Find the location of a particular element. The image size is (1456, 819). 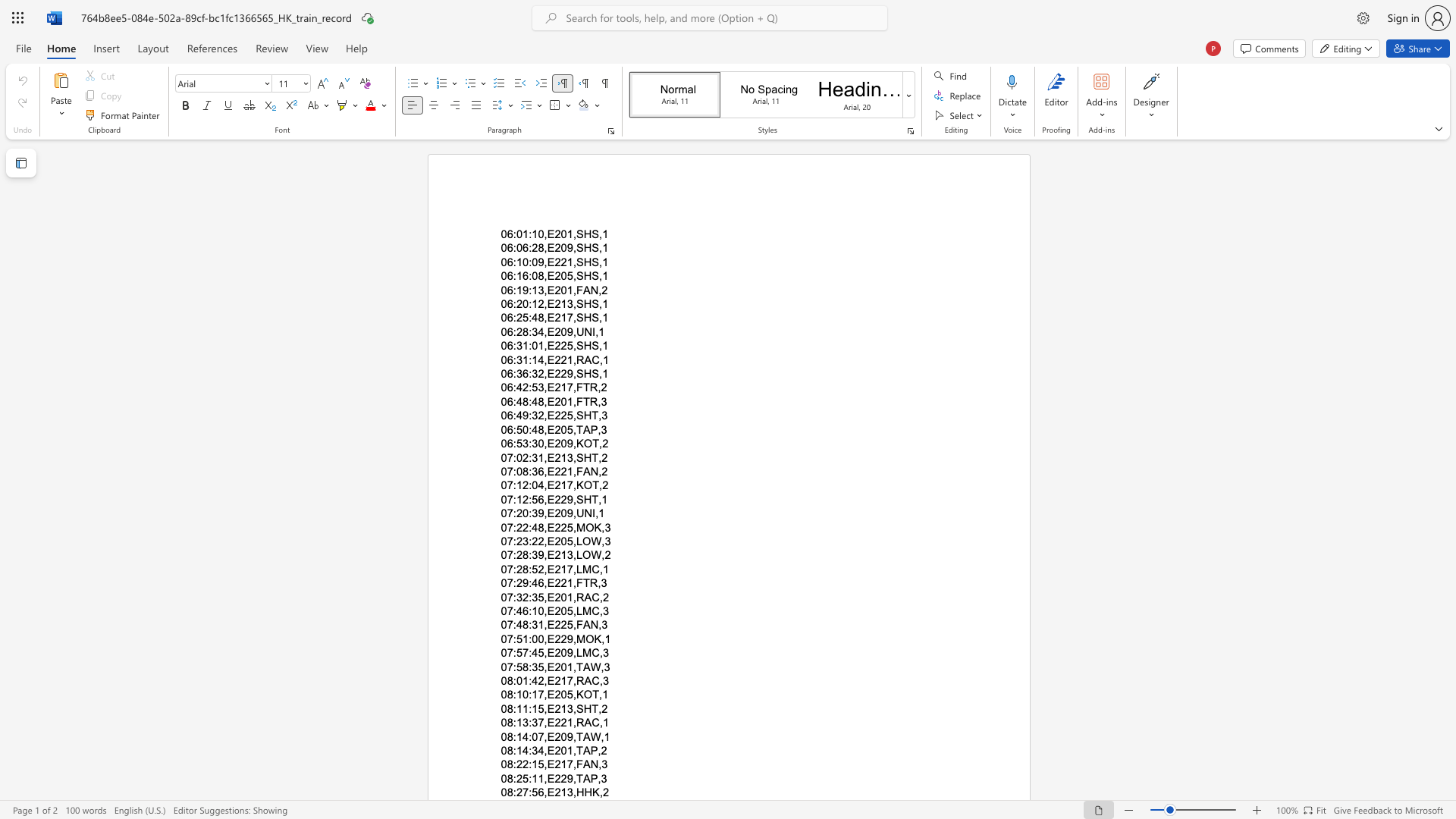

the subset text ":20:12,E213,SHS," within the text "06:20:12,E213,SHS,1" is located at coordinates (513, 304).